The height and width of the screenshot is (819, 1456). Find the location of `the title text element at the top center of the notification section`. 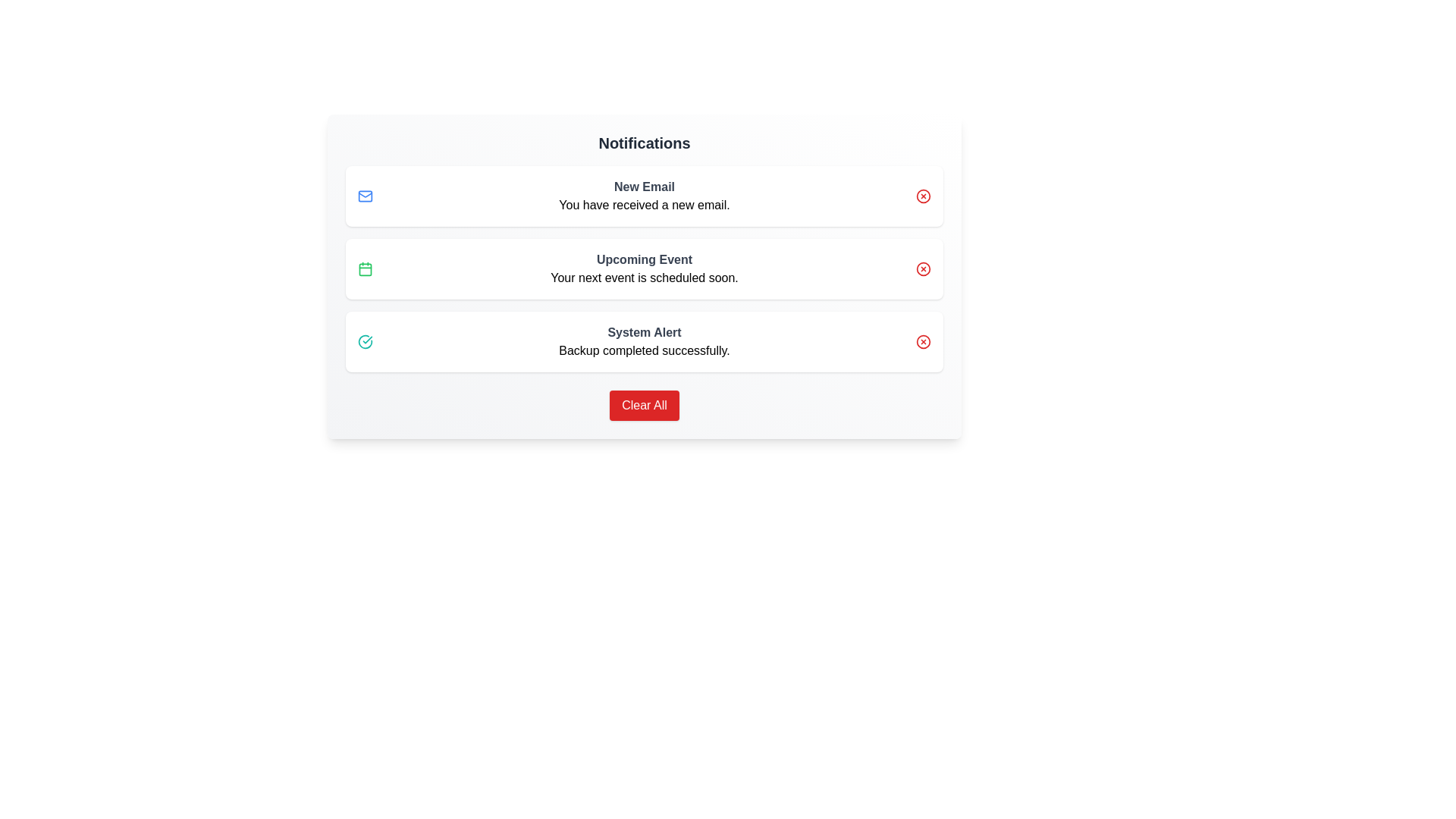

the title text element at the top center of the notification section is located at coordinates (644, 143).